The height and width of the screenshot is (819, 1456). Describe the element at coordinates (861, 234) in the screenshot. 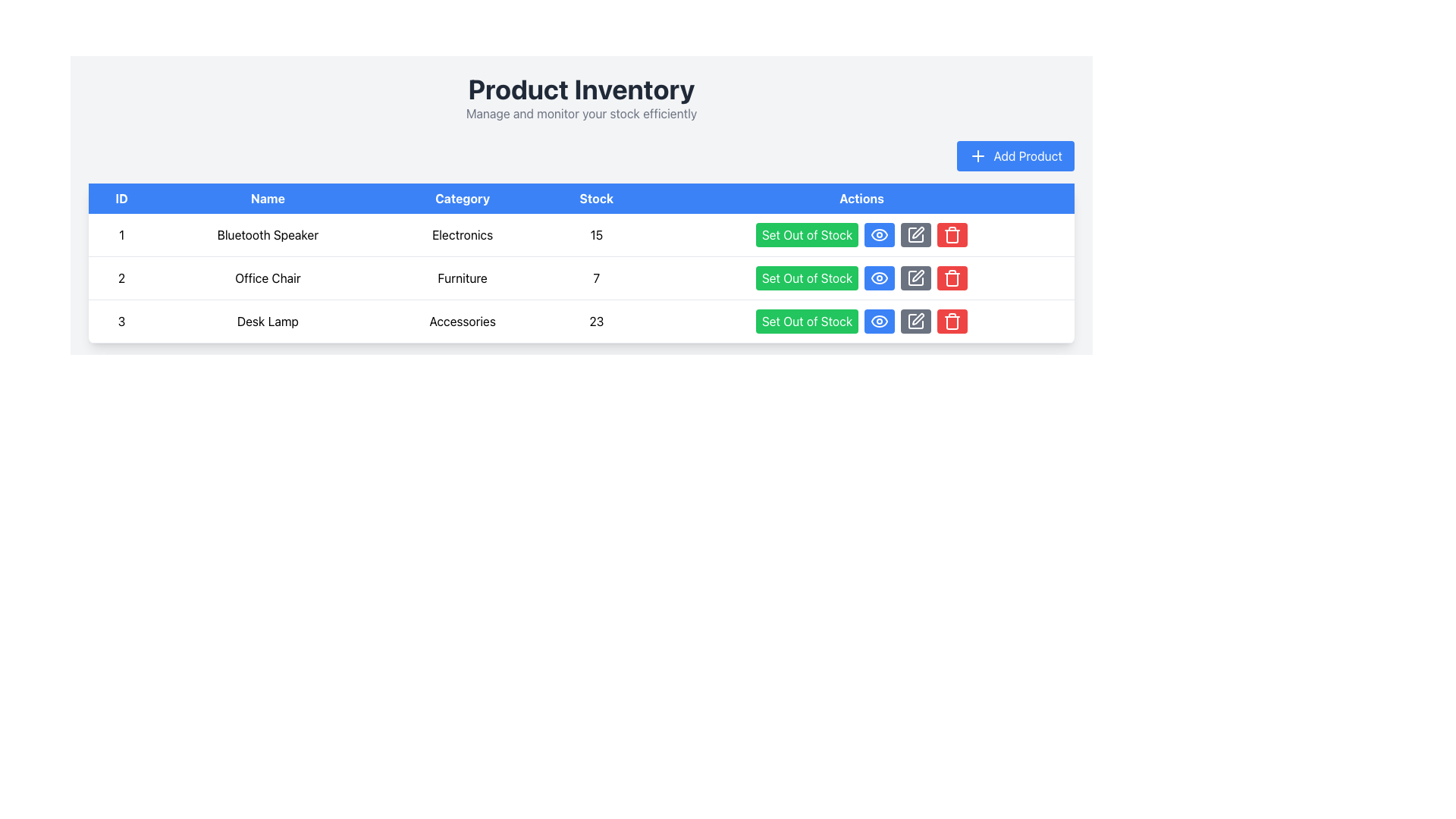

I see `the green button labeled 'Set Out of Stock' located in the 'Actions' column of the first row of the Product Inventory table, associated with the 'Bluetooth Speaker' product` at that location.